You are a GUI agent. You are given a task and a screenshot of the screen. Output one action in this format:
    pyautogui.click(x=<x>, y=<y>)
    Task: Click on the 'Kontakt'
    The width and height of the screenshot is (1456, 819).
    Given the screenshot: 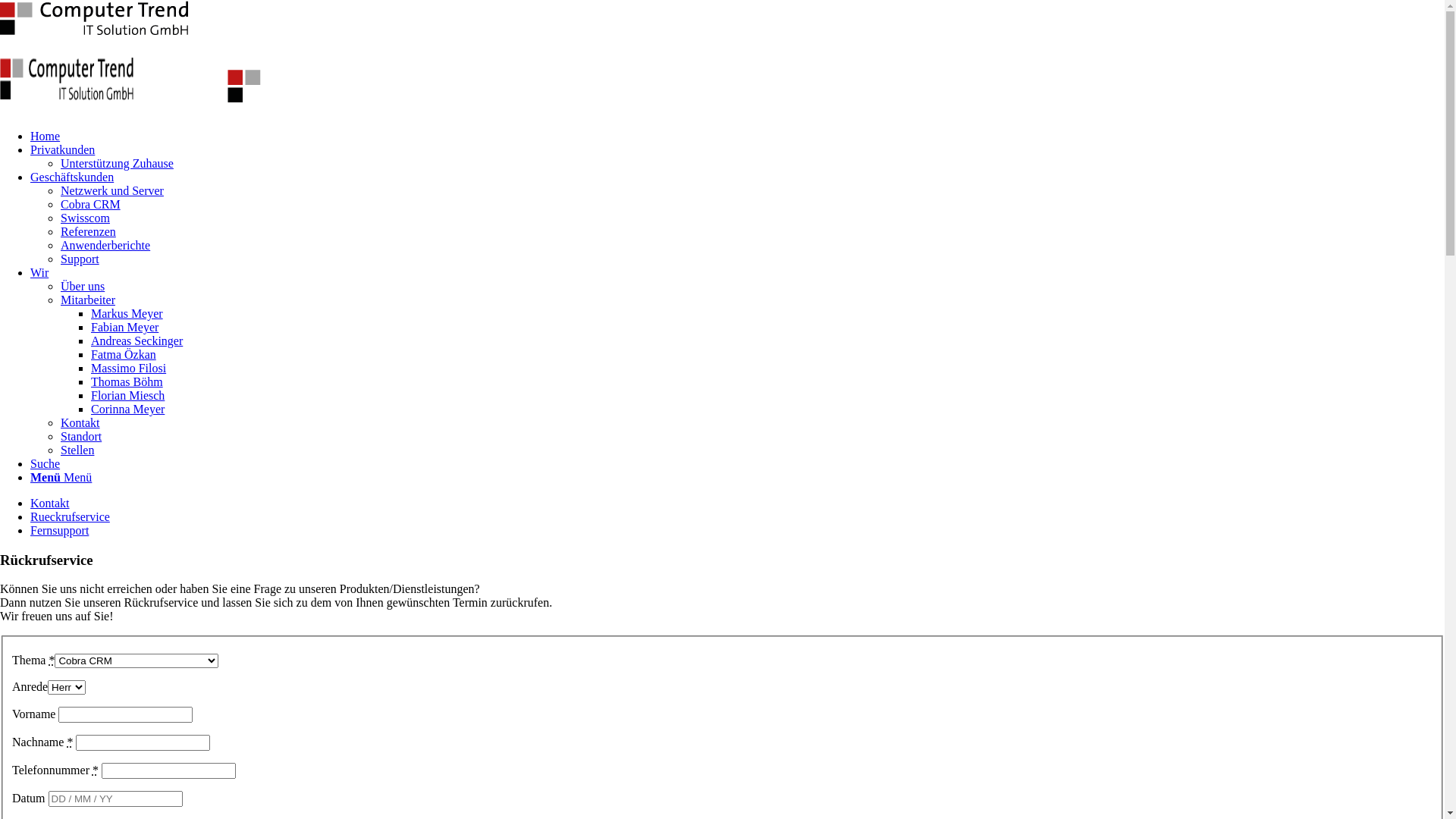 What is the action you would take?
    pyautogui.click(x=79, y=422)
    